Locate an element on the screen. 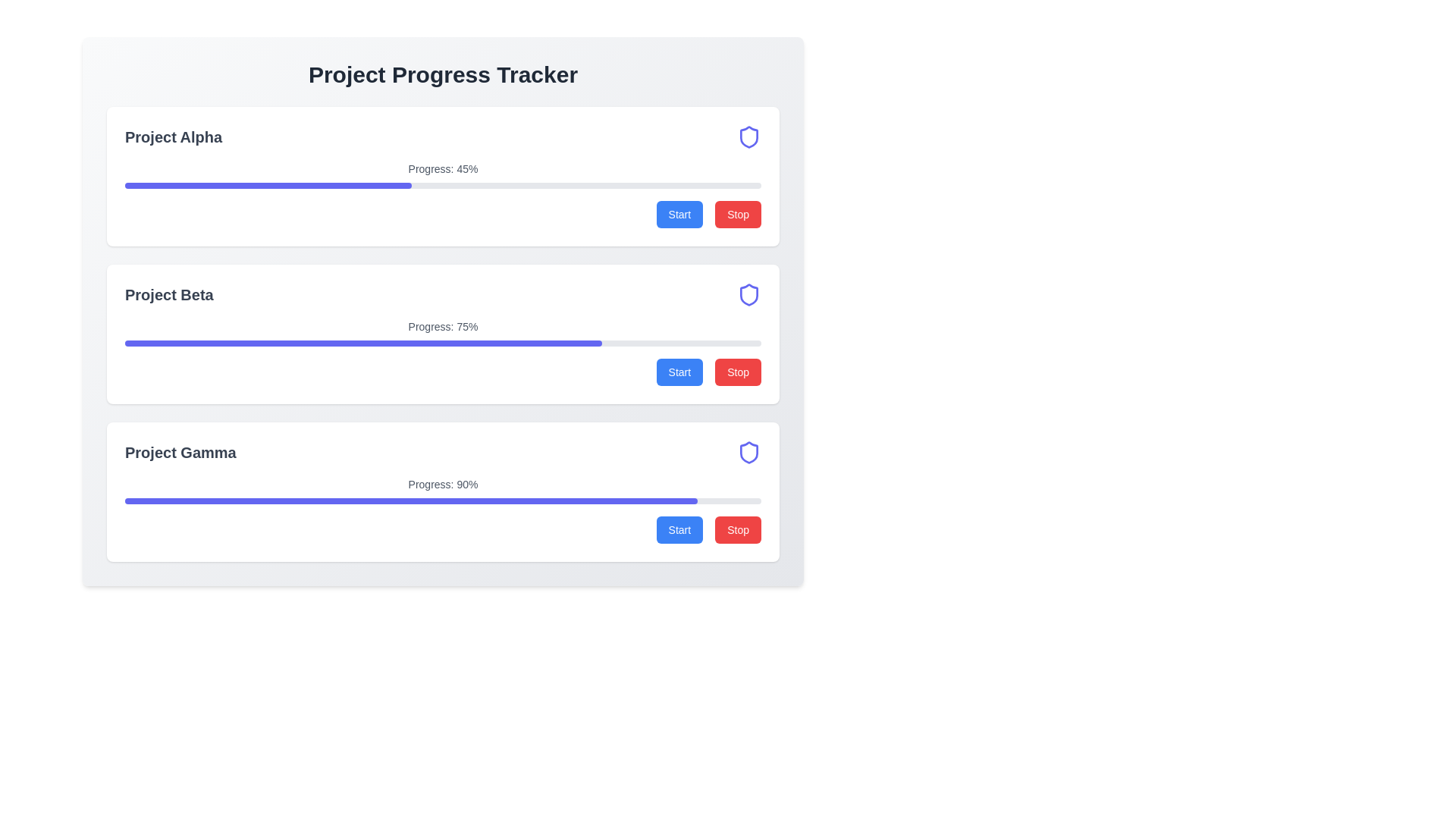  the 'Project Gamma' text label for accessibility by moving the pointer to its center is located at coordinates (180, 452).